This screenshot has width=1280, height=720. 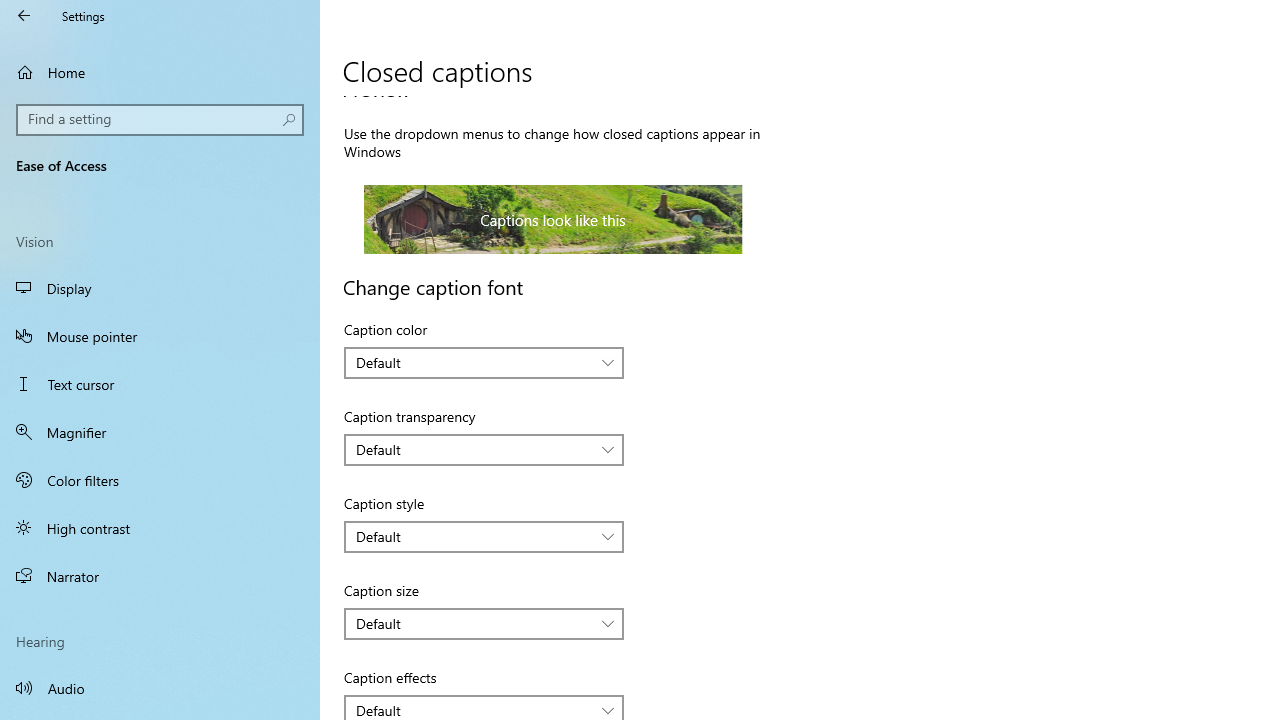 What do you see at coordinates (484, 536) in the screenshot?
I see `'Caption style'` at bounding box center [484, 536].